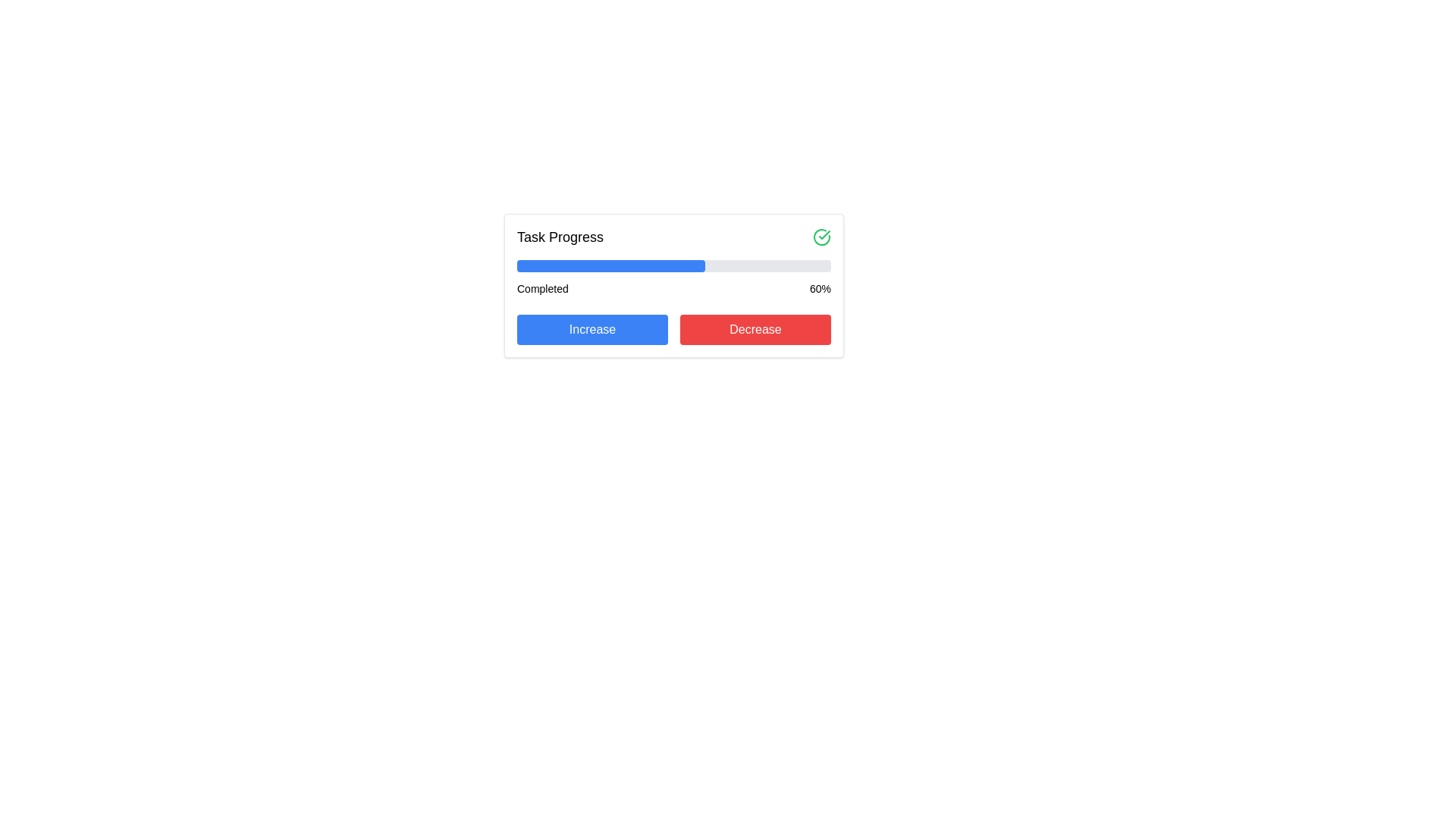 The height and width of the screenshot is (819, 1456). I want to click on the text label displaying 'Completed', which is aligned to the left below the progress bar, so click(542, 289).